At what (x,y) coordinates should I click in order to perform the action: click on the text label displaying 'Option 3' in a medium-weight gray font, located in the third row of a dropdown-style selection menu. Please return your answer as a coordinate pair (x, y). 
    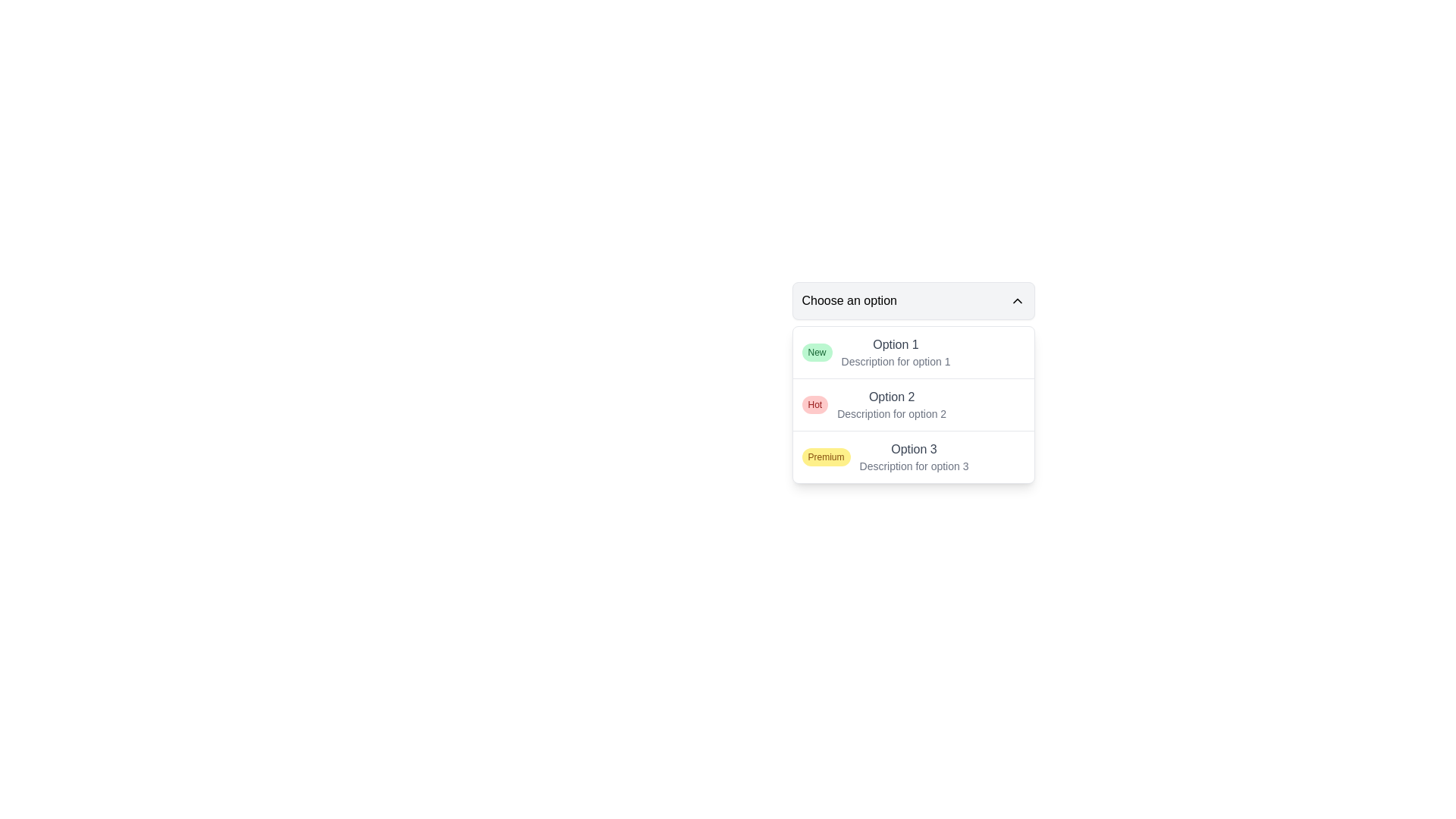
    Looking at the image, I should click on (913, 449).